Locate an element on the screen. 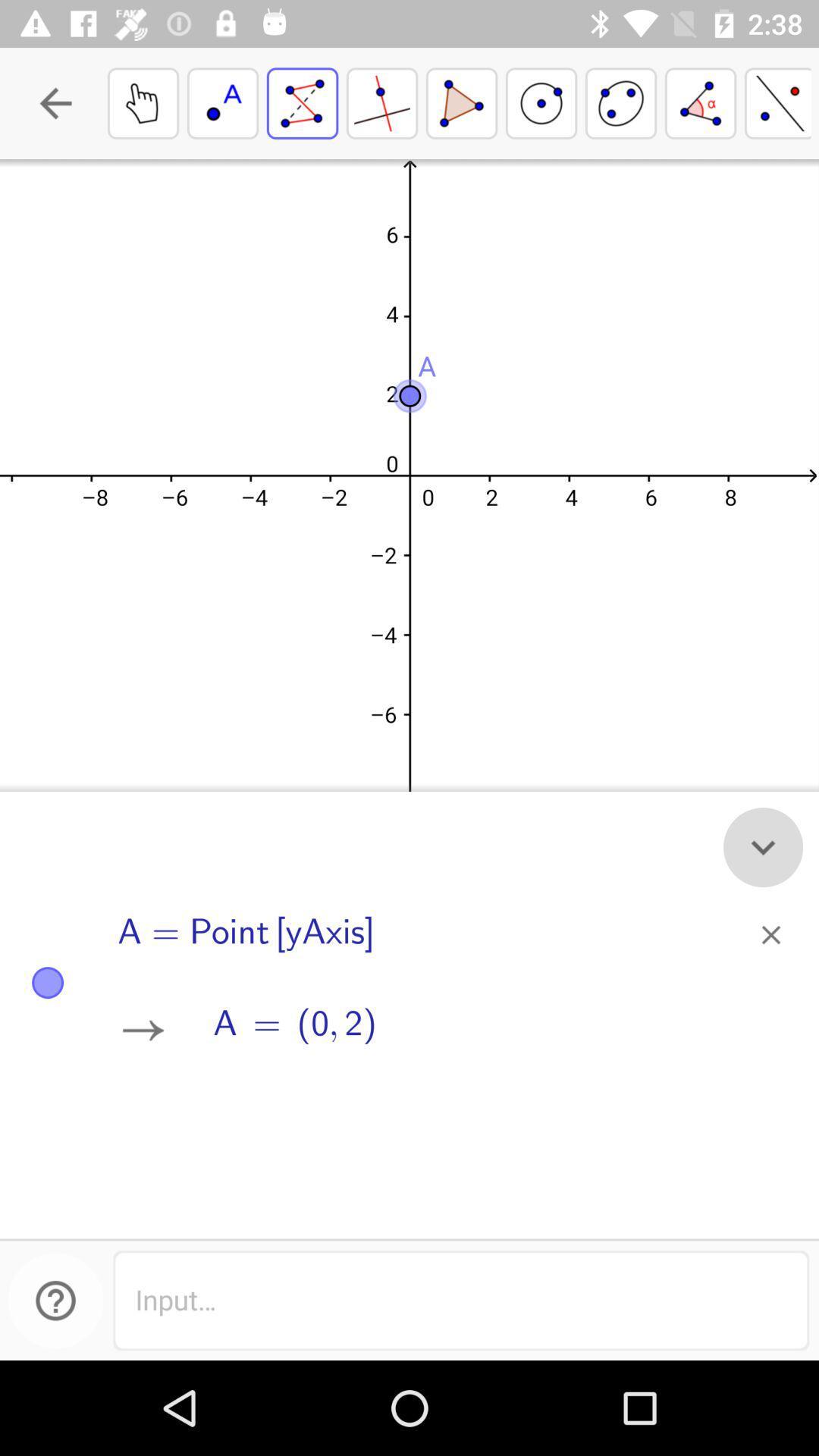 This screenshot has width=819, height=1456. the help icon is located at coordinates (55, 1300).